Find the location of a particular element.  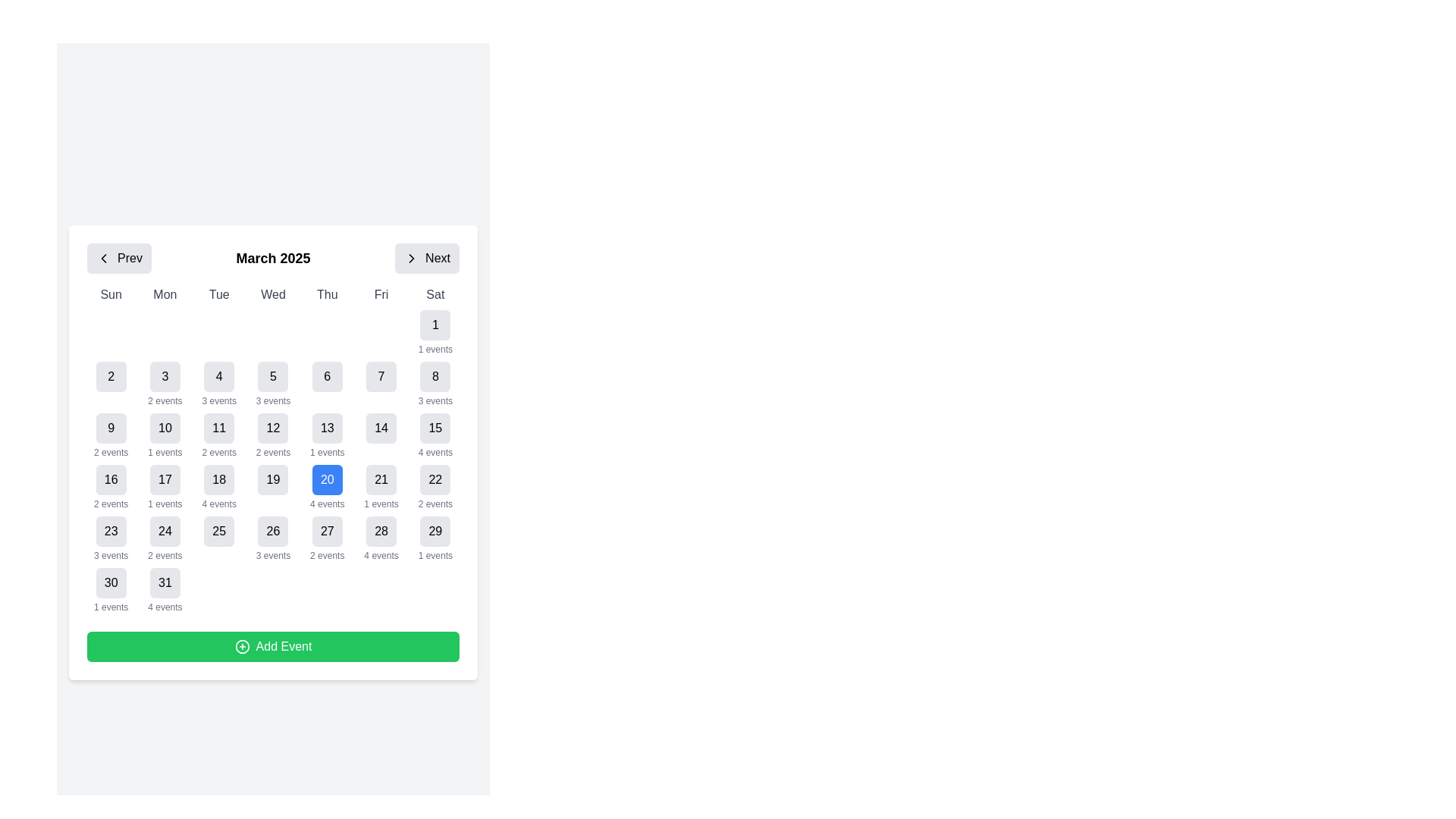

the interactive calendar date button for the date '27' is located at coordinates (326, 531).